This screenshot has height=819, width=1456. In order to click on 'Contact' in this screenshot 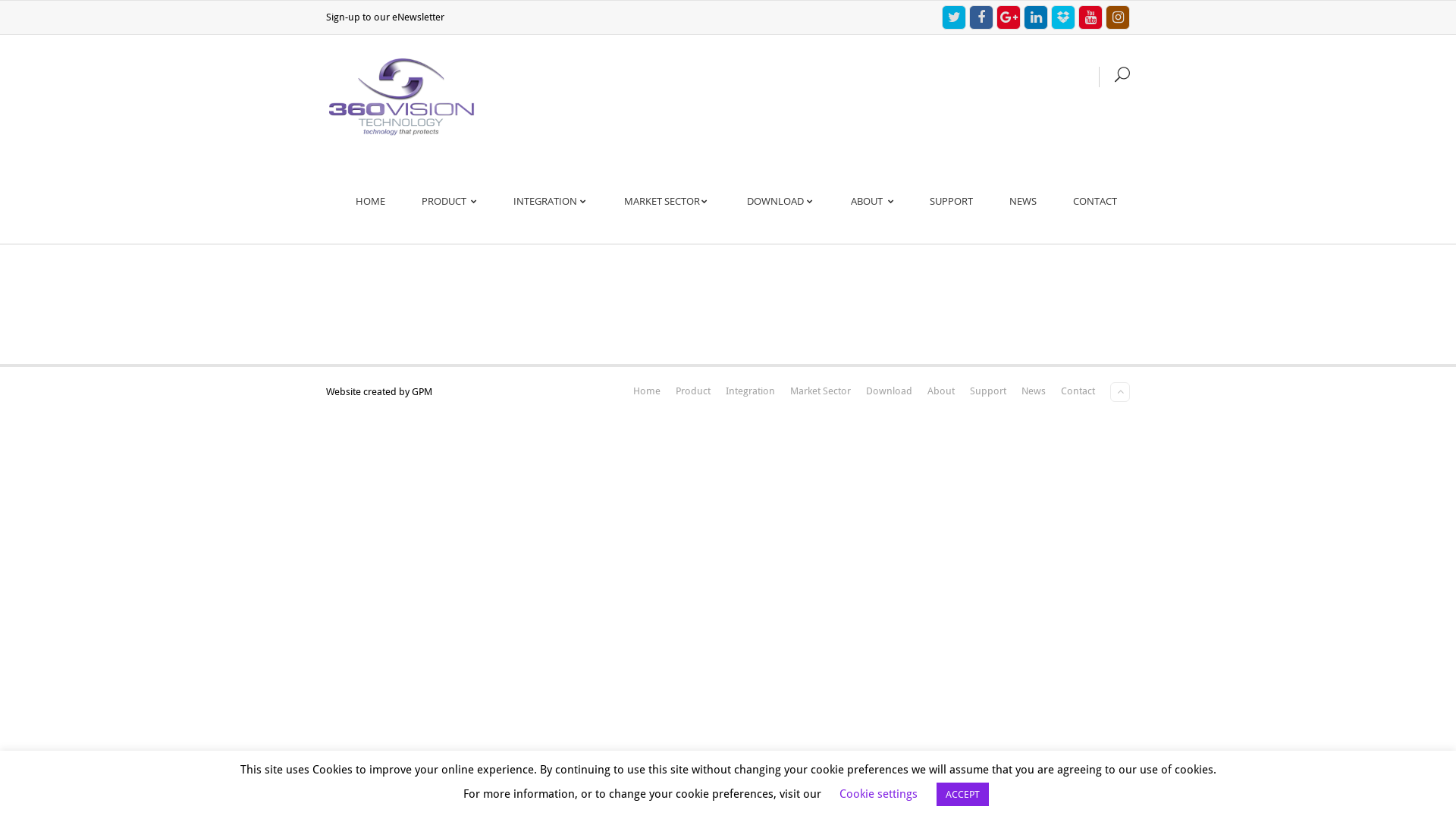, I will do `click(1077, 390)`.